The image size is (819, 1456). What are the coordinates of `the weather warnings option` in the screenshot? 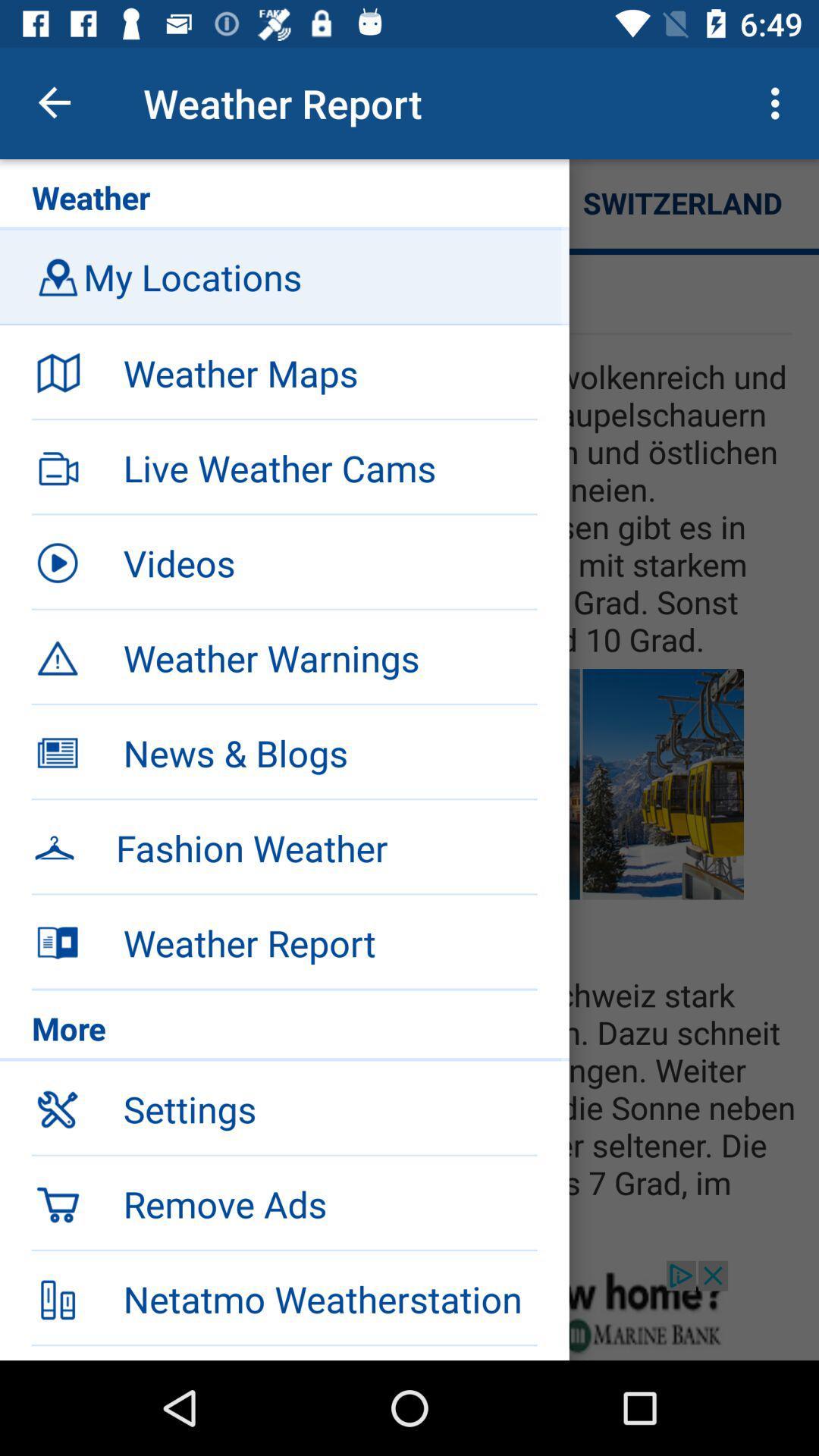 It's located at (57, 657).